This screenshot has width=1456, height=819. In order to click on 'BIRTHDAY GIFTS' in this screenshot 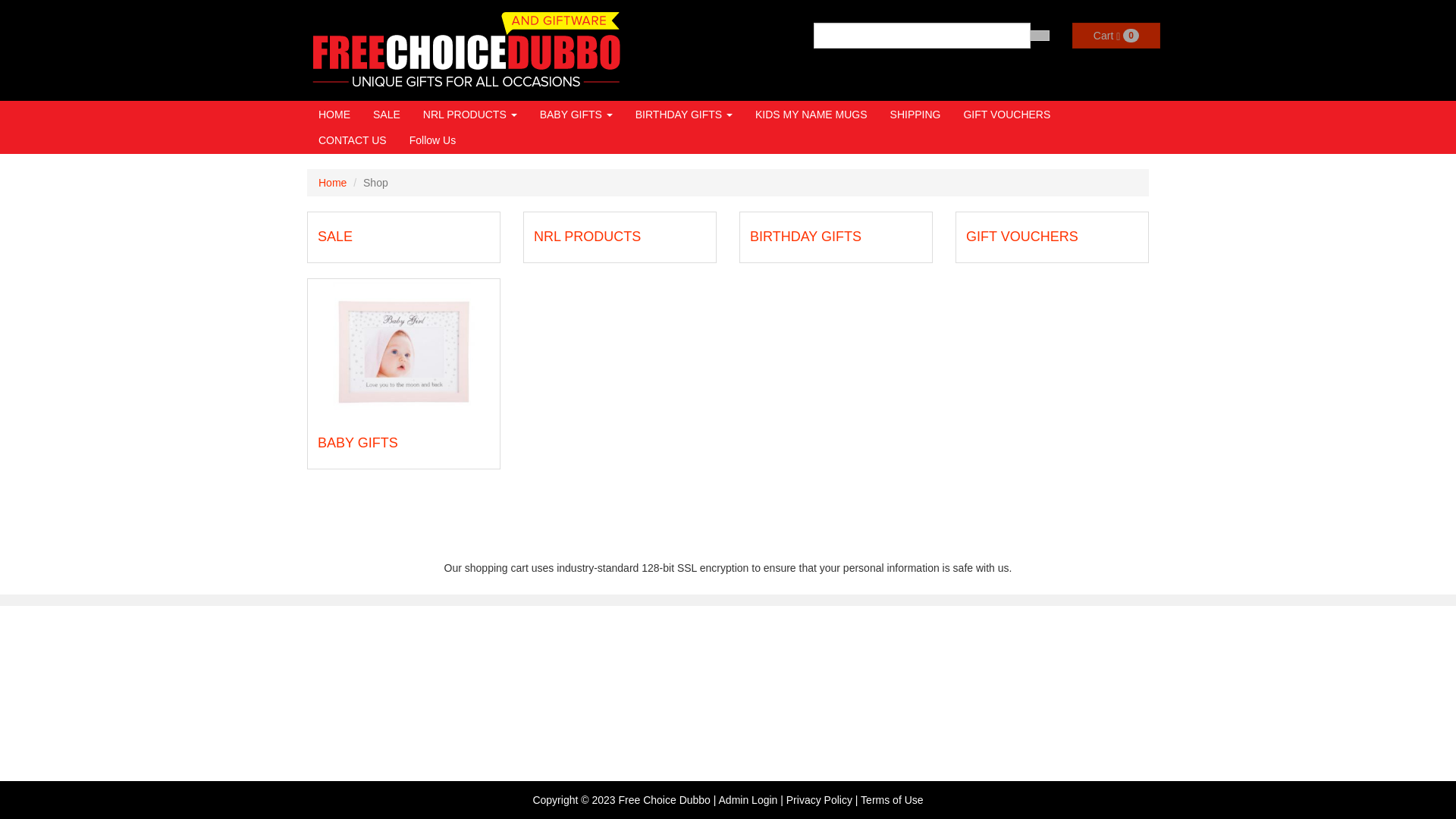, I will do `click(805, 237)`.